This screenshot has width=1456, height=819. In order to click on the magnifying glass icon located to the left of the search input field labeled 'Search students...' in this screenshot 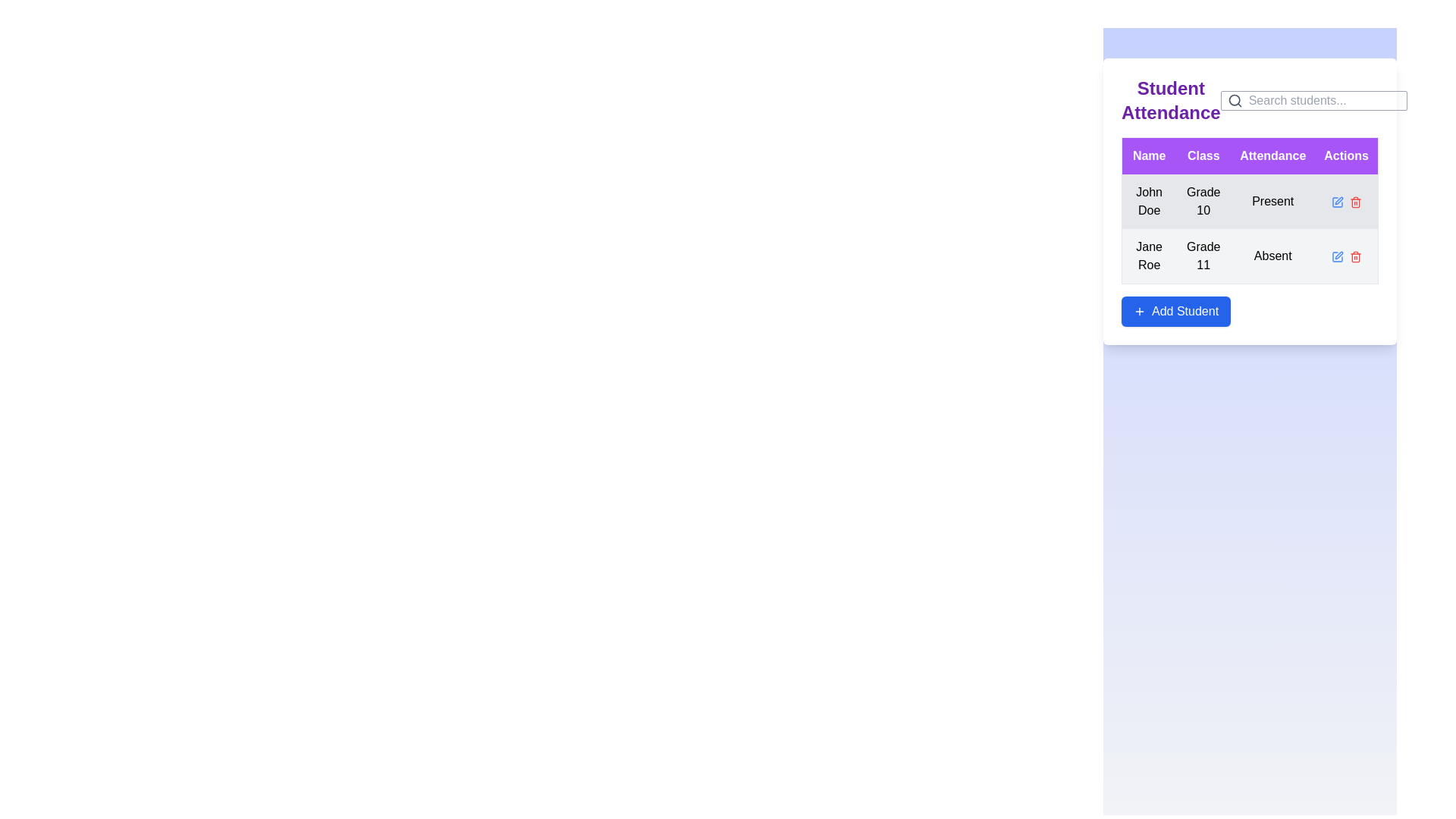, I will do `click(1235, 100)`.